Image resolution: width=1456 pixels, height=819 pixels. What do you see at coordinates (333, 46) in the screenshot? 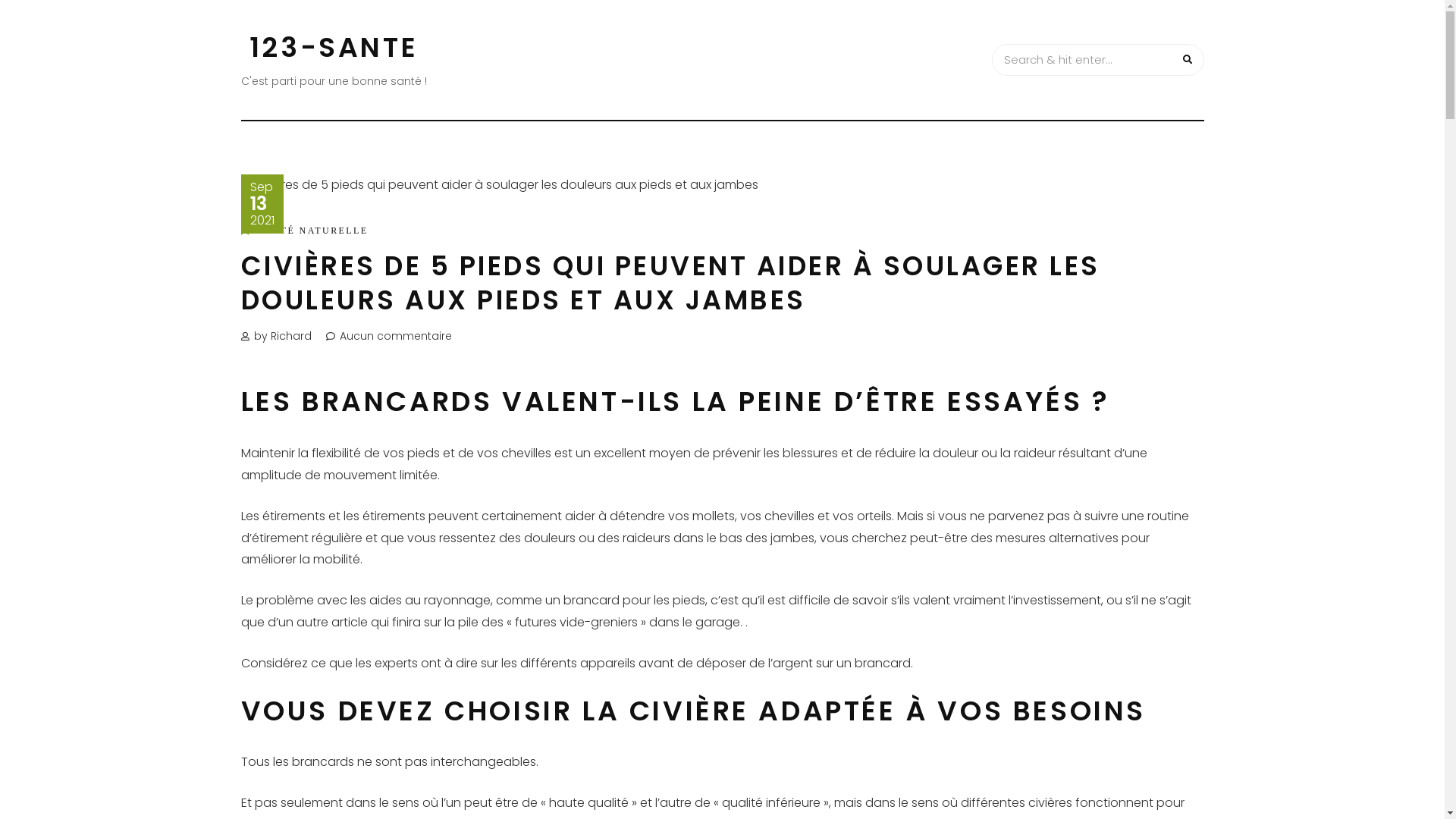
I see `'123-SANTE'` at bounding box center [333, 46].